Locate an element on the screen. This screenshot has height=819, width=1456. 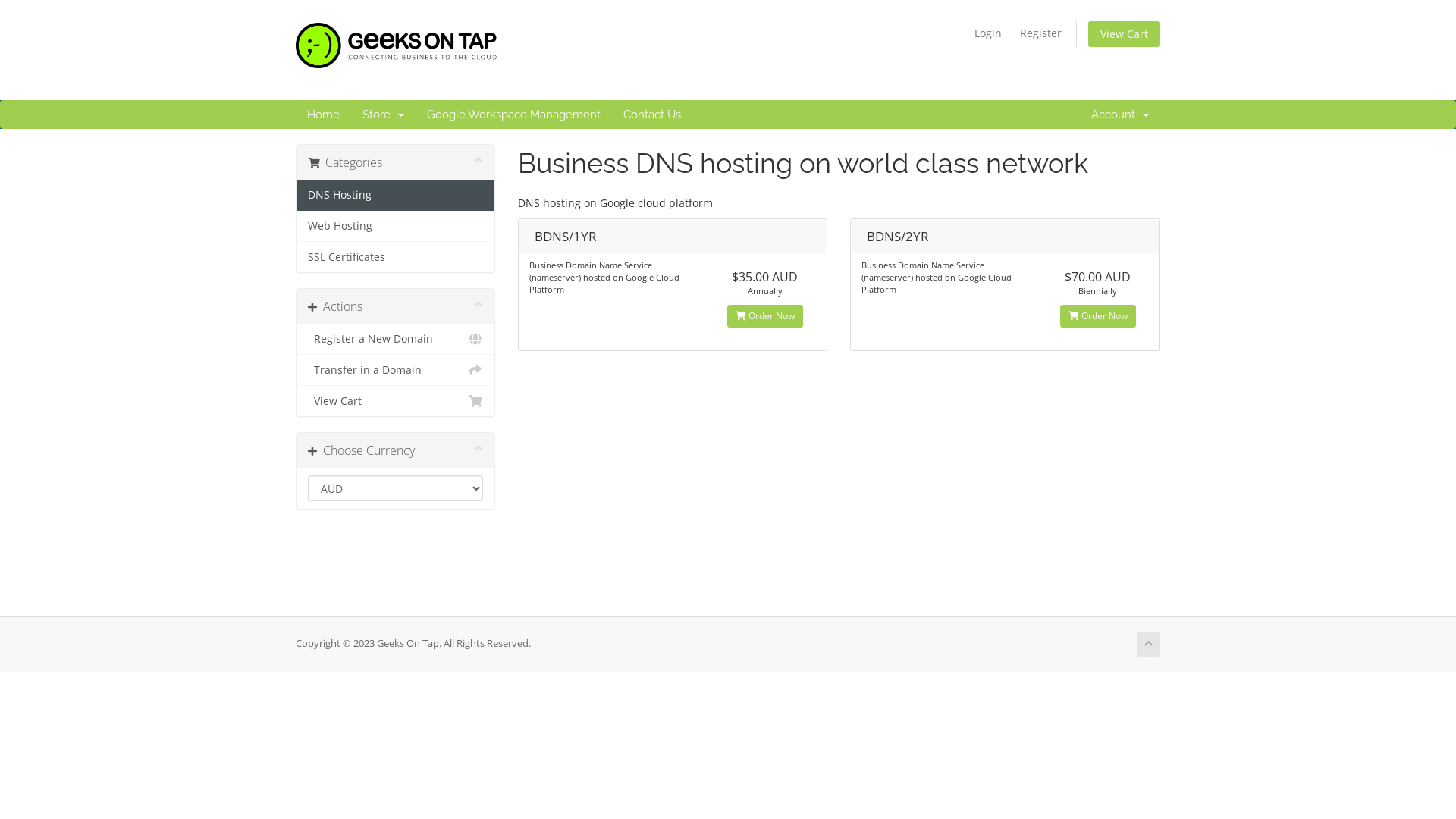
'DNS Hosting' is located at coordinates (395, 194).